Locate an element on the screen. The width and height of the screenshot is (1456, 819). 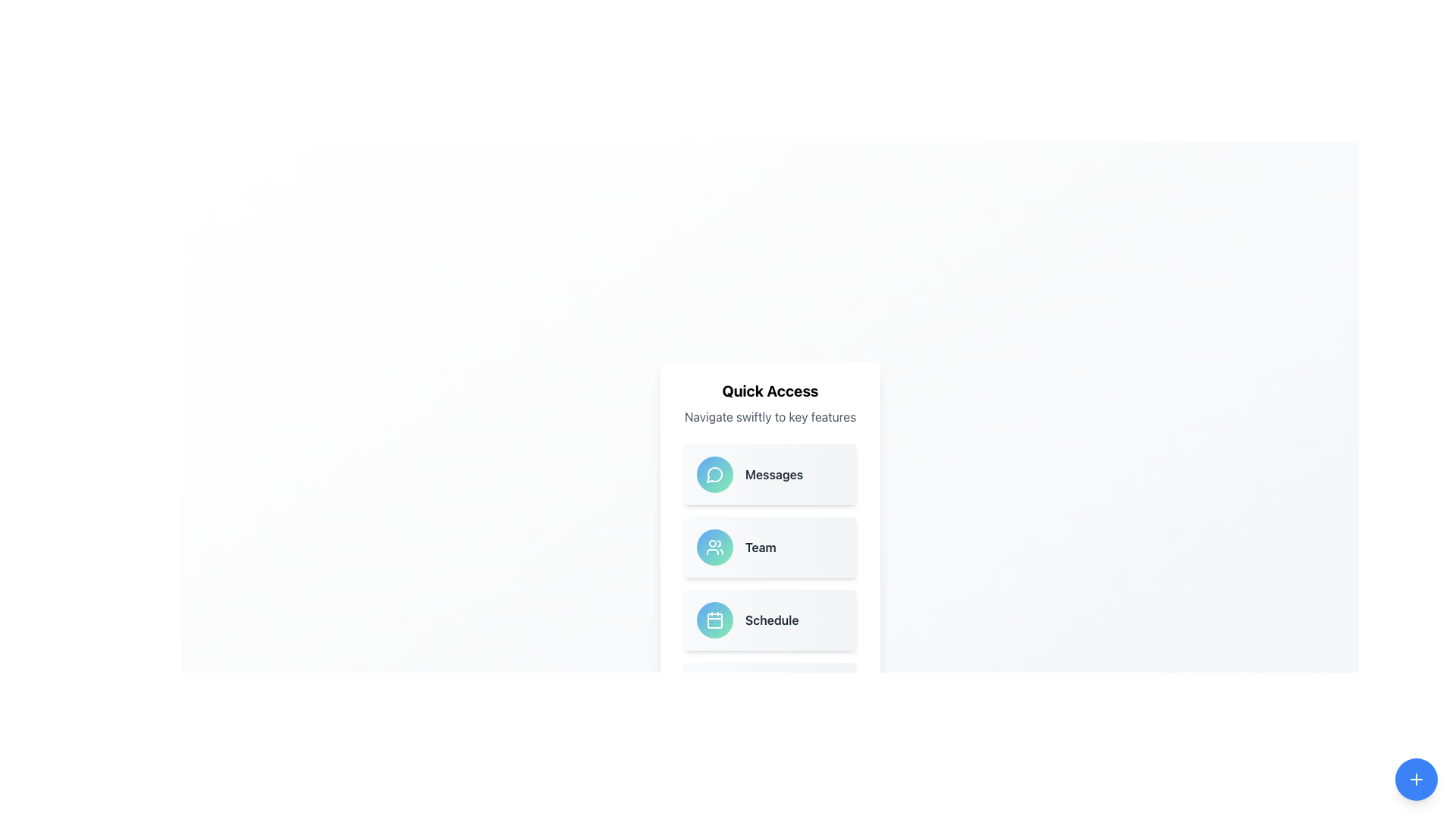
the '+' button located in the bottom-right corner of the interface for repositioning, as it serves as an action trigger for adding new content is located at coordinates (1415, 780).